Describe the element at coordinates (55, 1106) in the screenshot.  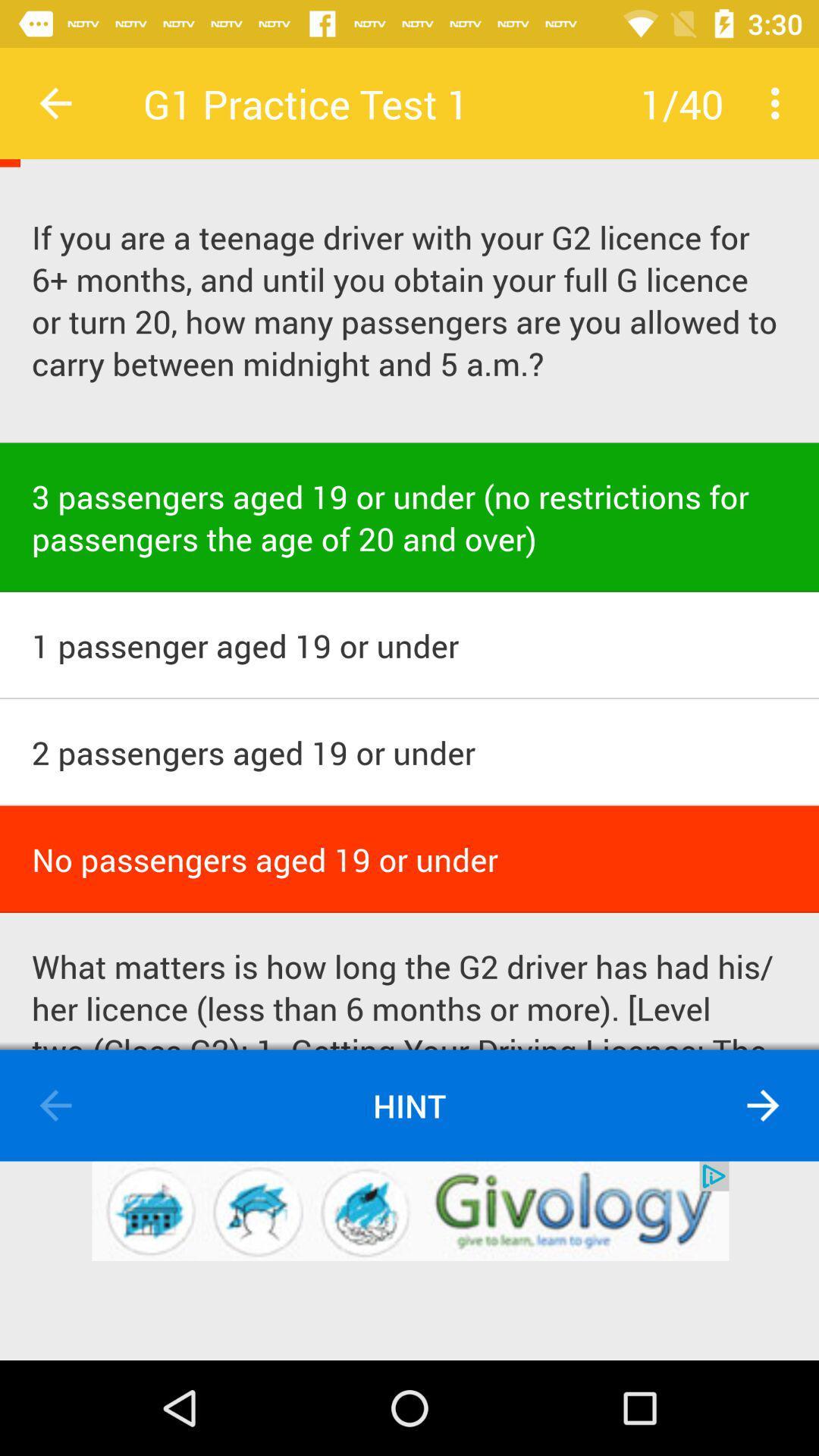
I see `the arrow_backward icon` at that location.